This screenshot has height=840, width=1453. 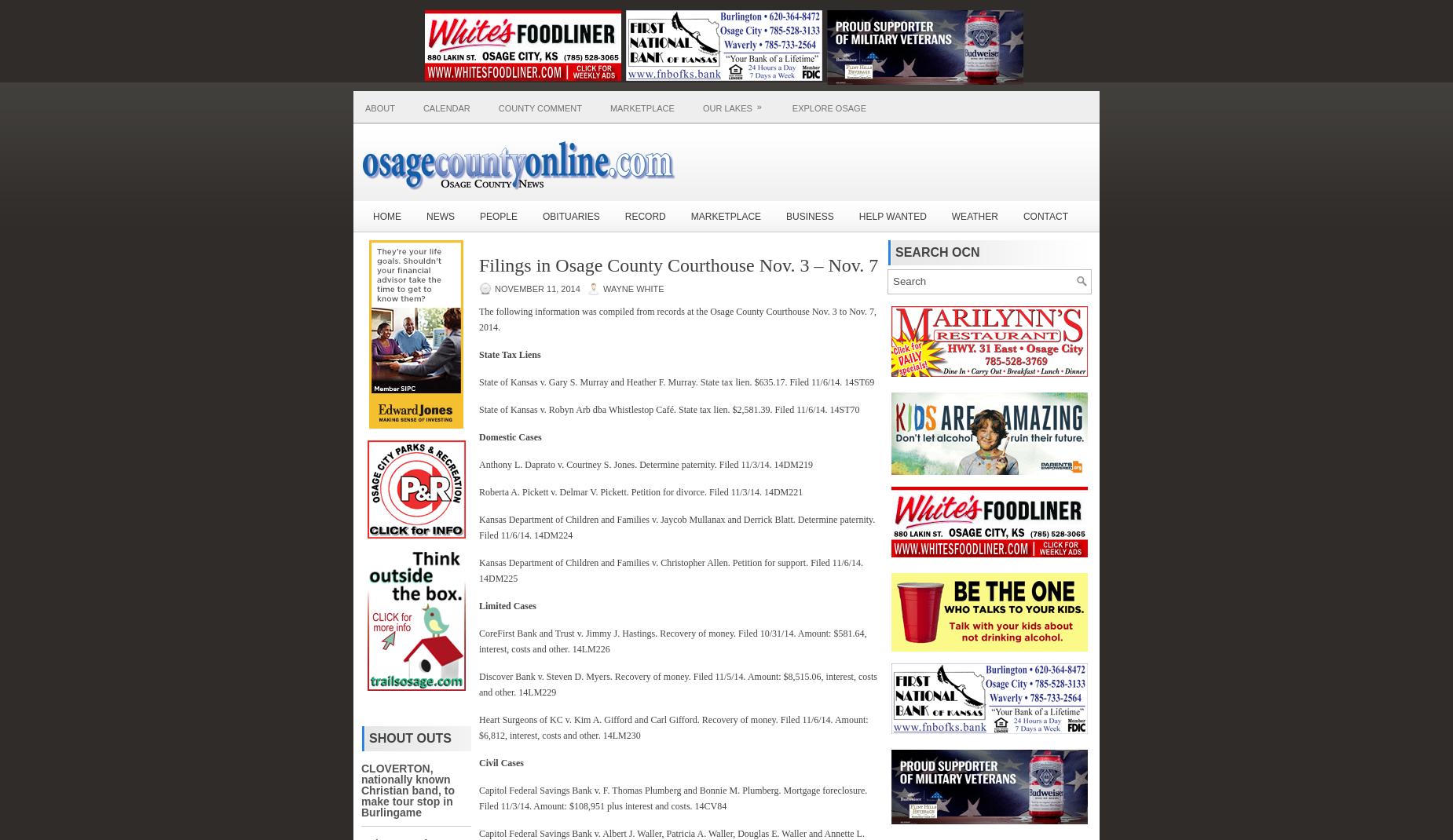 I want to click on 'Record', so click(x=645, y=216).